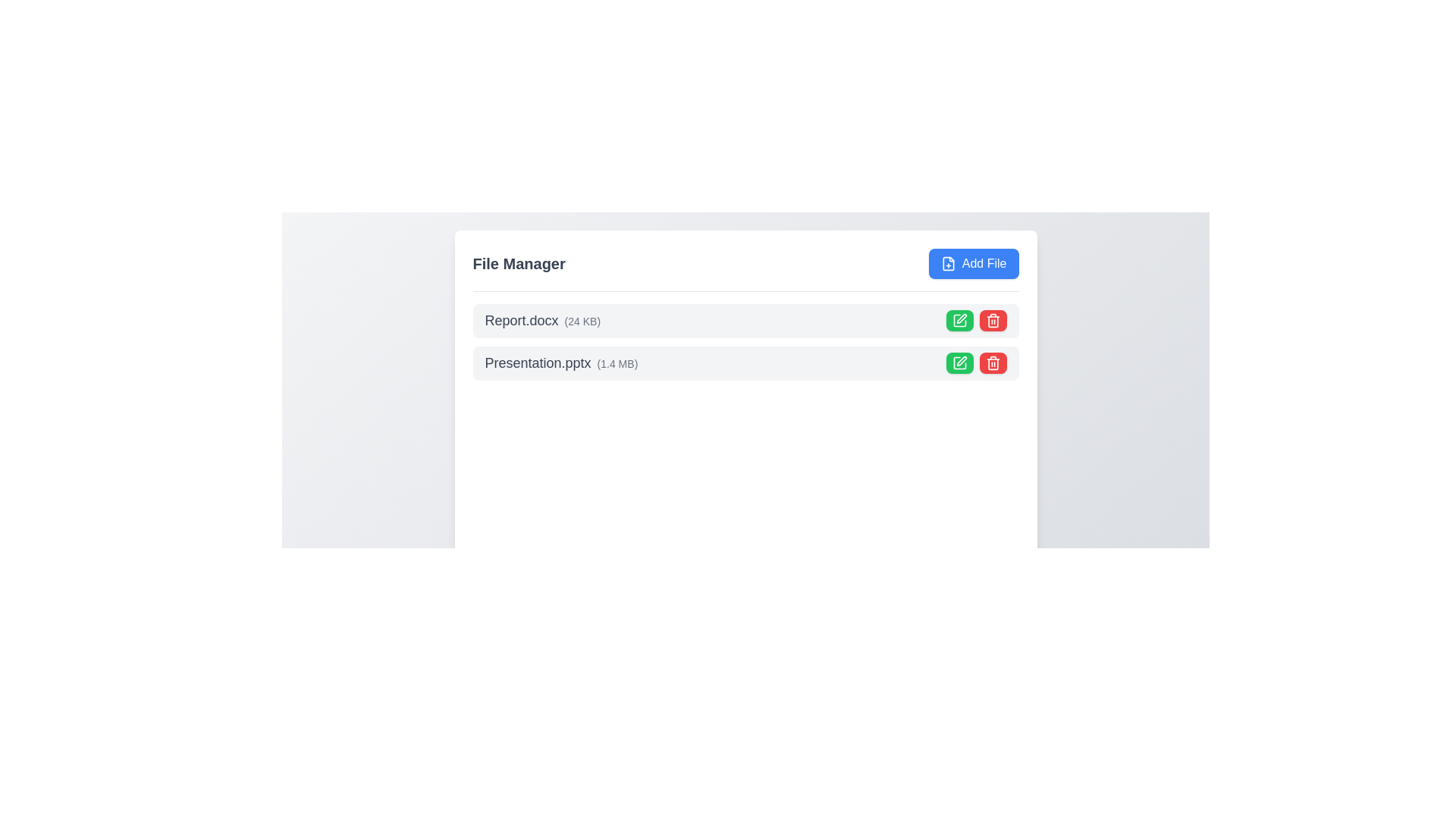 Image resolution: width=1456 pixels, height=819 pixels. Describe the element at coordinates (959, 320) in the screenshot. I see `the vibrant green action button with a pen icon located to the immediate right of the 'Report.docx' file label` at that location.